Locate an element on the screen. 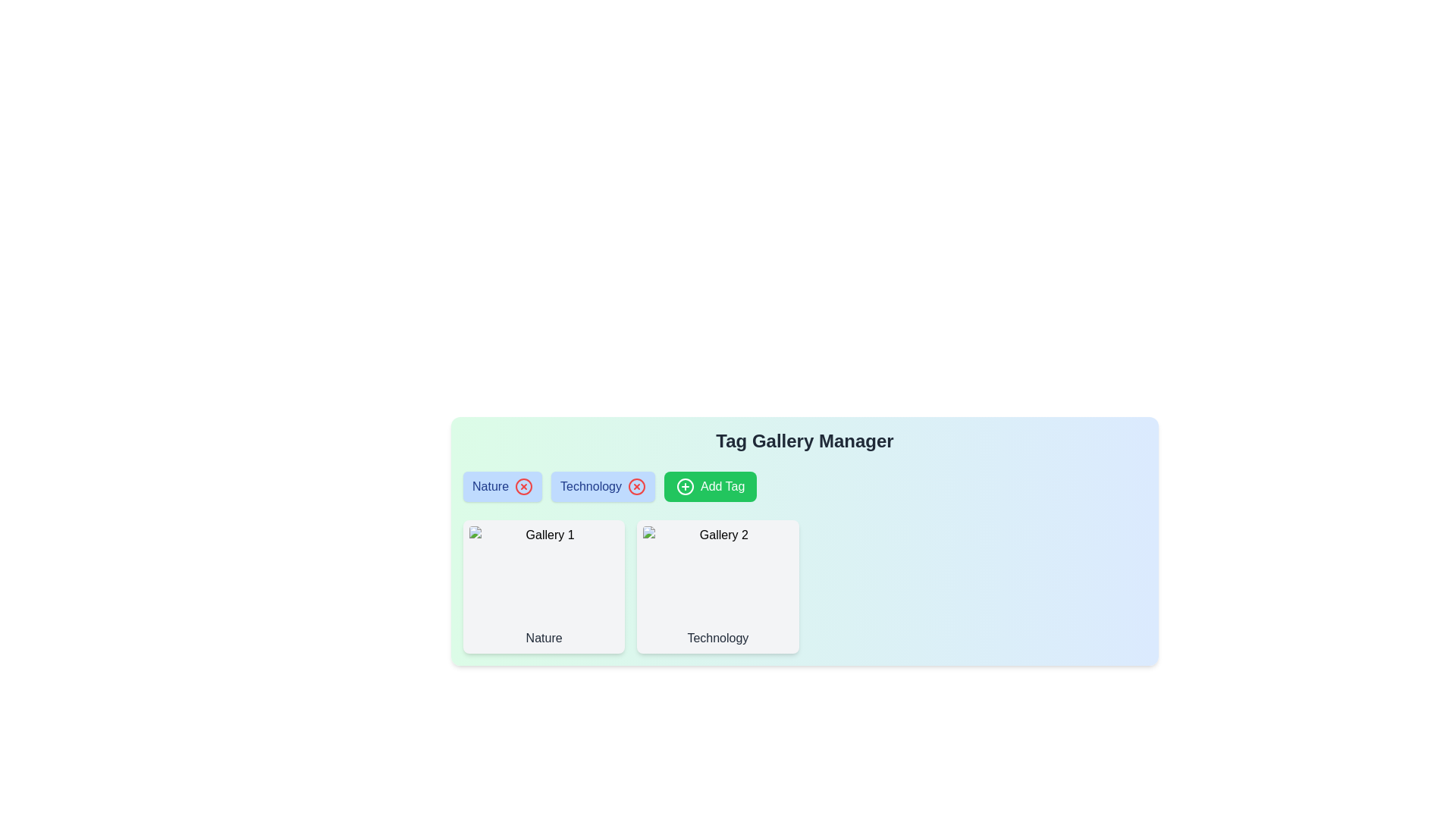 This screenshot has height=819, width=1456. the card labeled 'Technology' in the 'Tag Gallery Manager' section, which has a soft gray background and is the second card in the grid layout is located at coordinates (717, 586).